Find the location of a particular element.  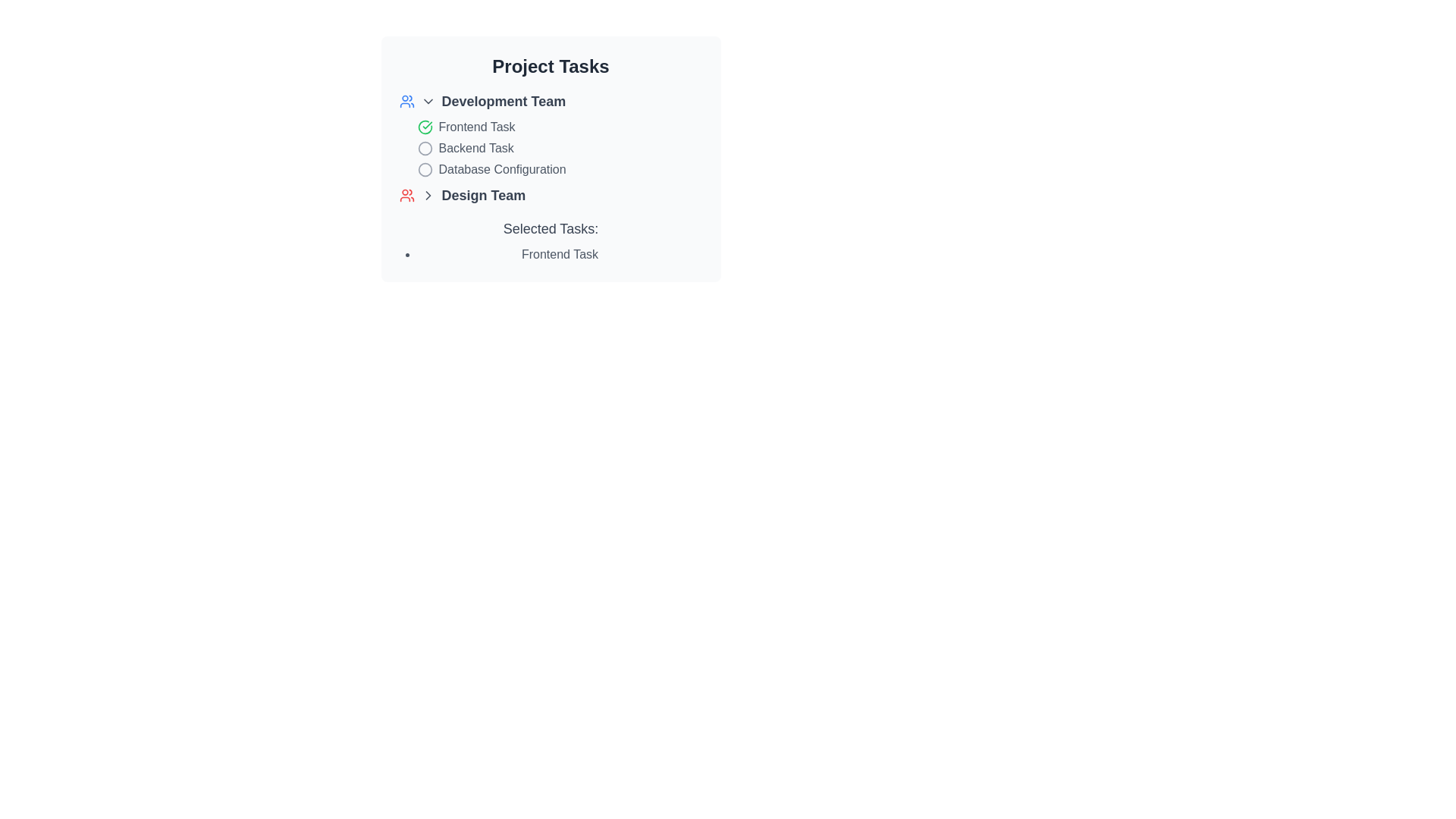

the 'Design Team' text label located under the 'Development Team' header in the 'Project Tasks' section is located at coordinates (482, 195).